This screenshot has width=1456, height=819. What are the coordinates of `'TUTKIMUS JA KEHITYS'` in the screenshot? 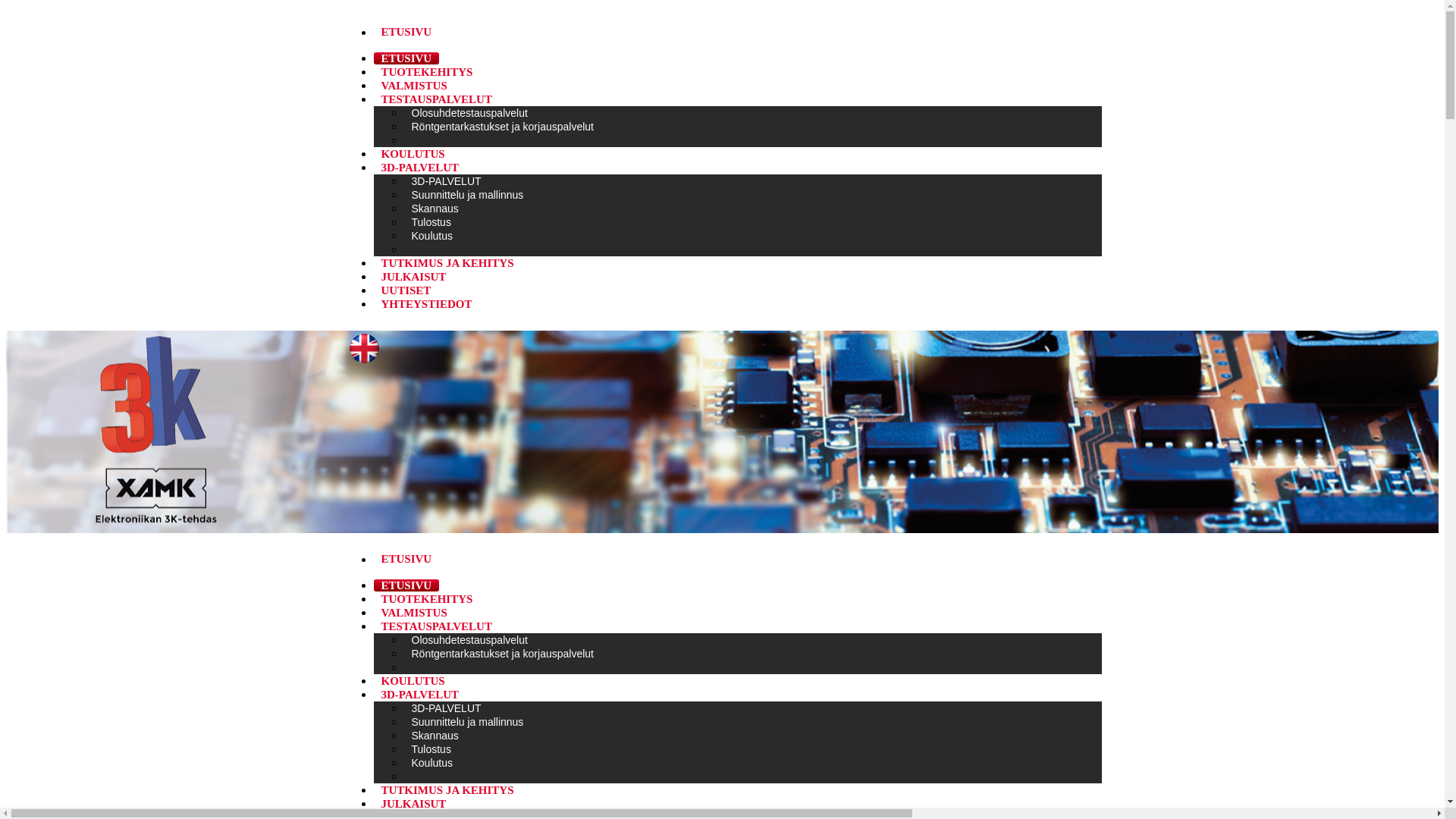 It's located at (446, 262).